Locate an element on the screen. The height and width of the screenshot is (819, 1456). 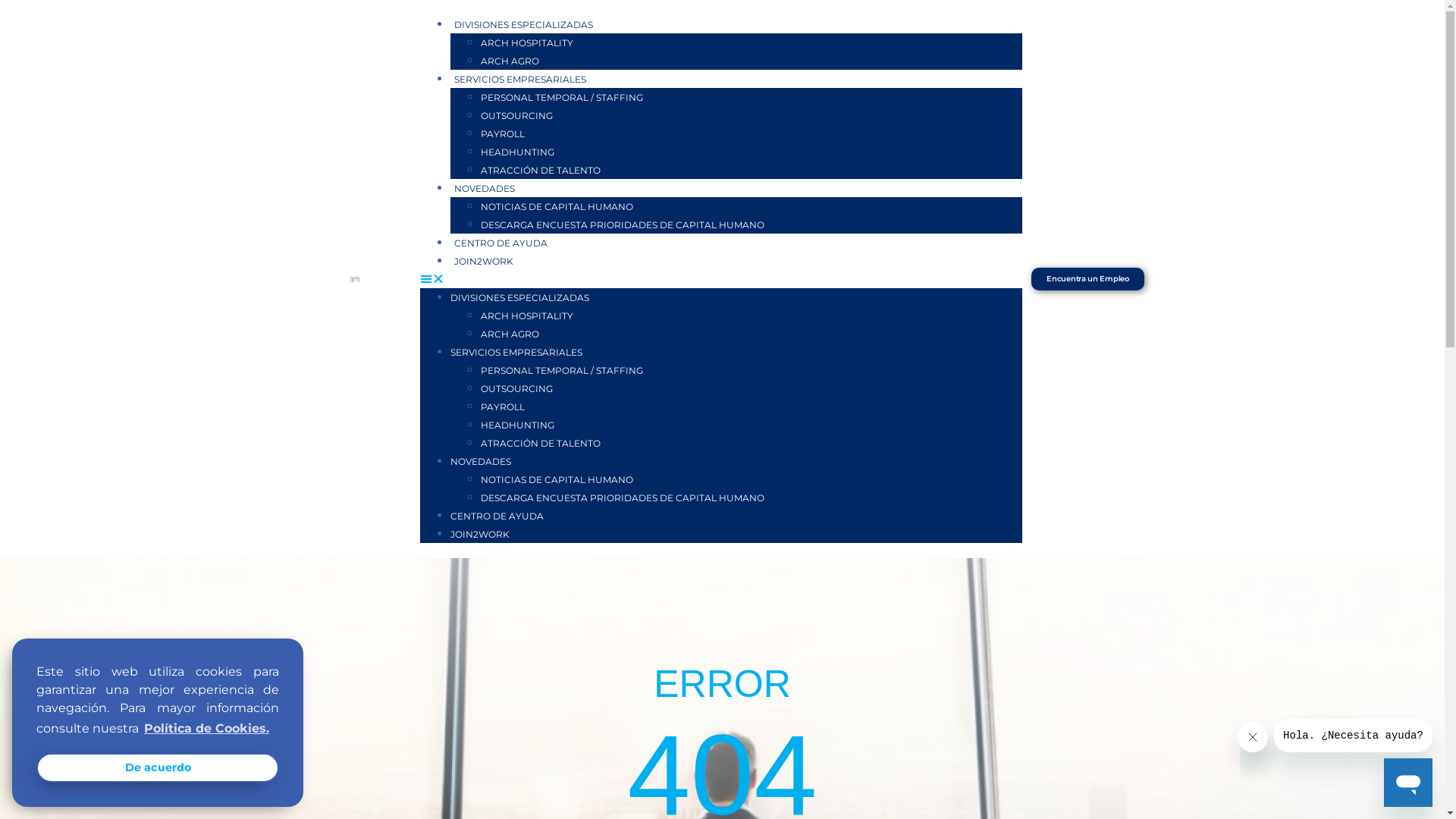
'PAYROLL' is located at coordinates (502, 406).